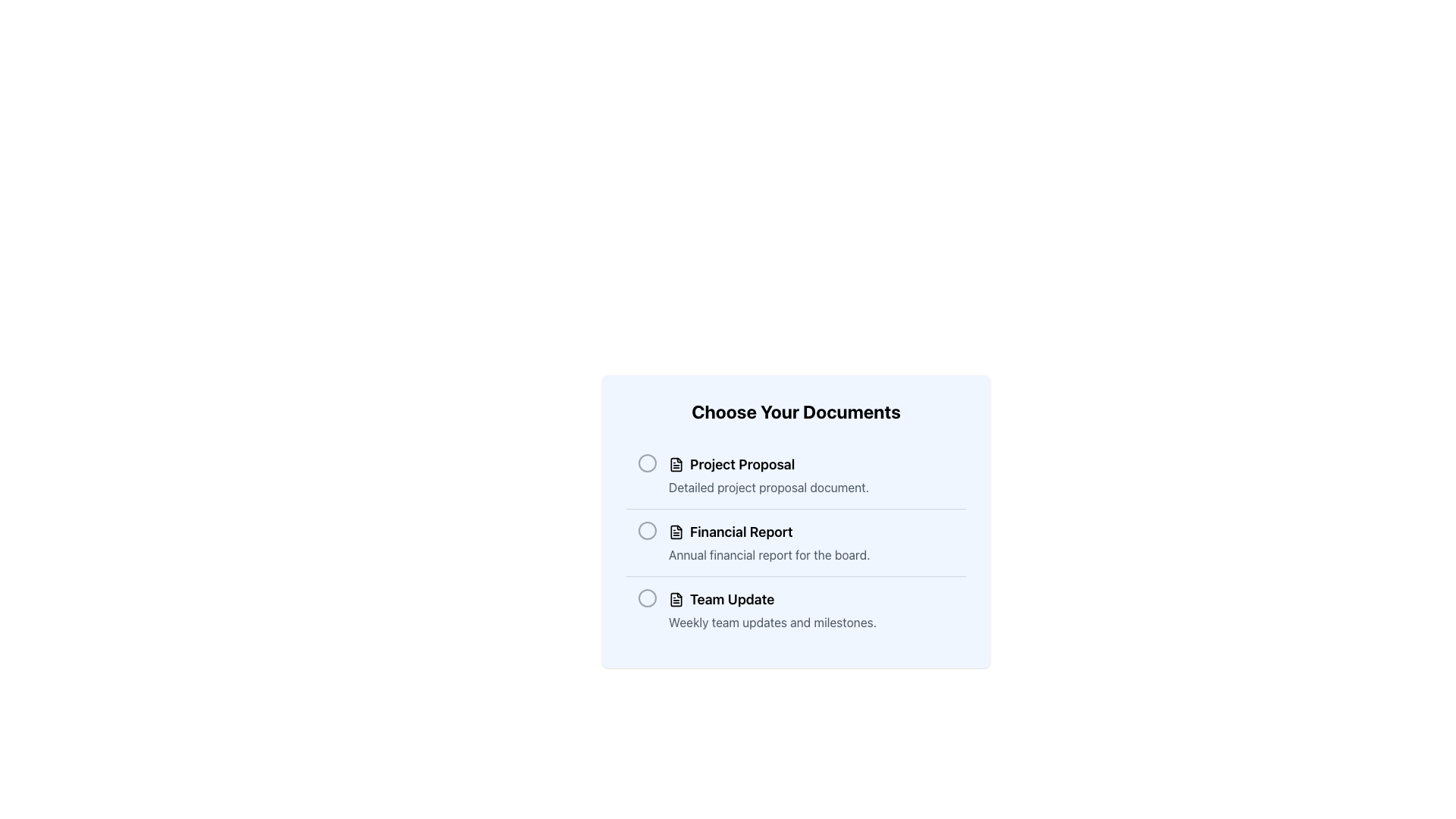 The image size is (1456, 819). What do you see at coordinates (648, 598) in the screenshot?
I see `the first radio button` at bounding box center [648, 598].